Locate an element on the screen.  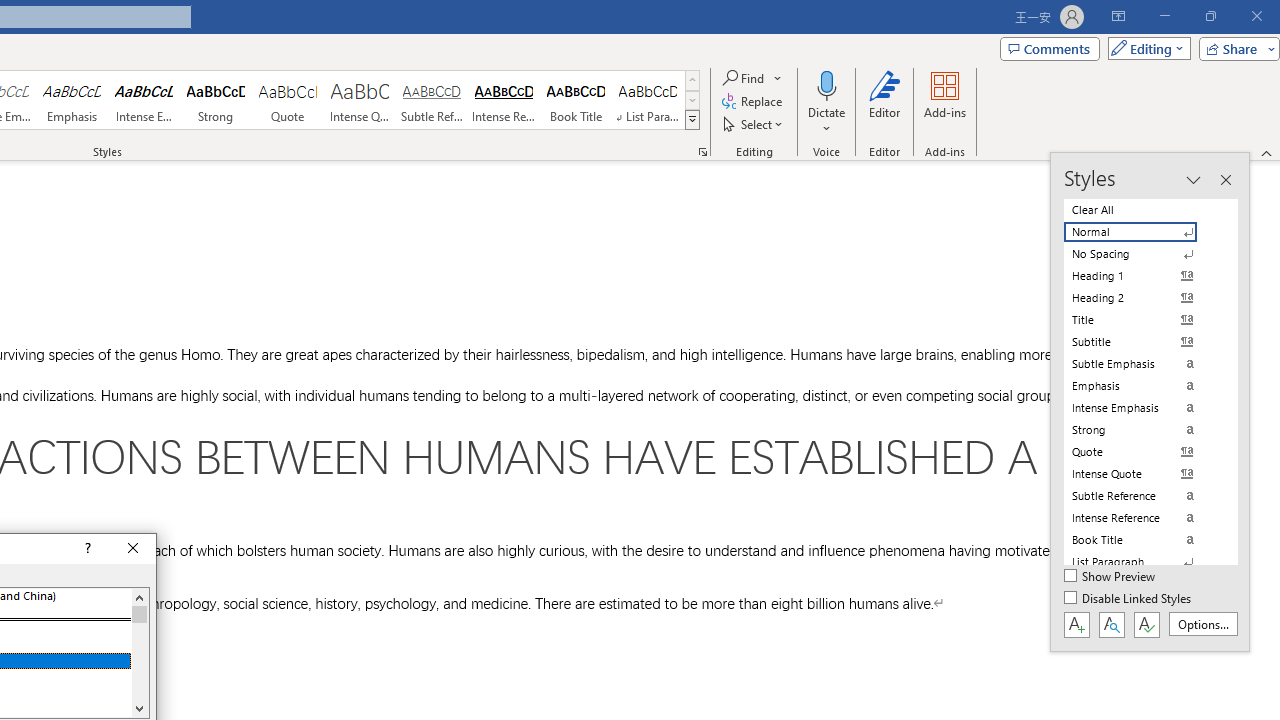
'Row up' is located at coordinates (692, 79).